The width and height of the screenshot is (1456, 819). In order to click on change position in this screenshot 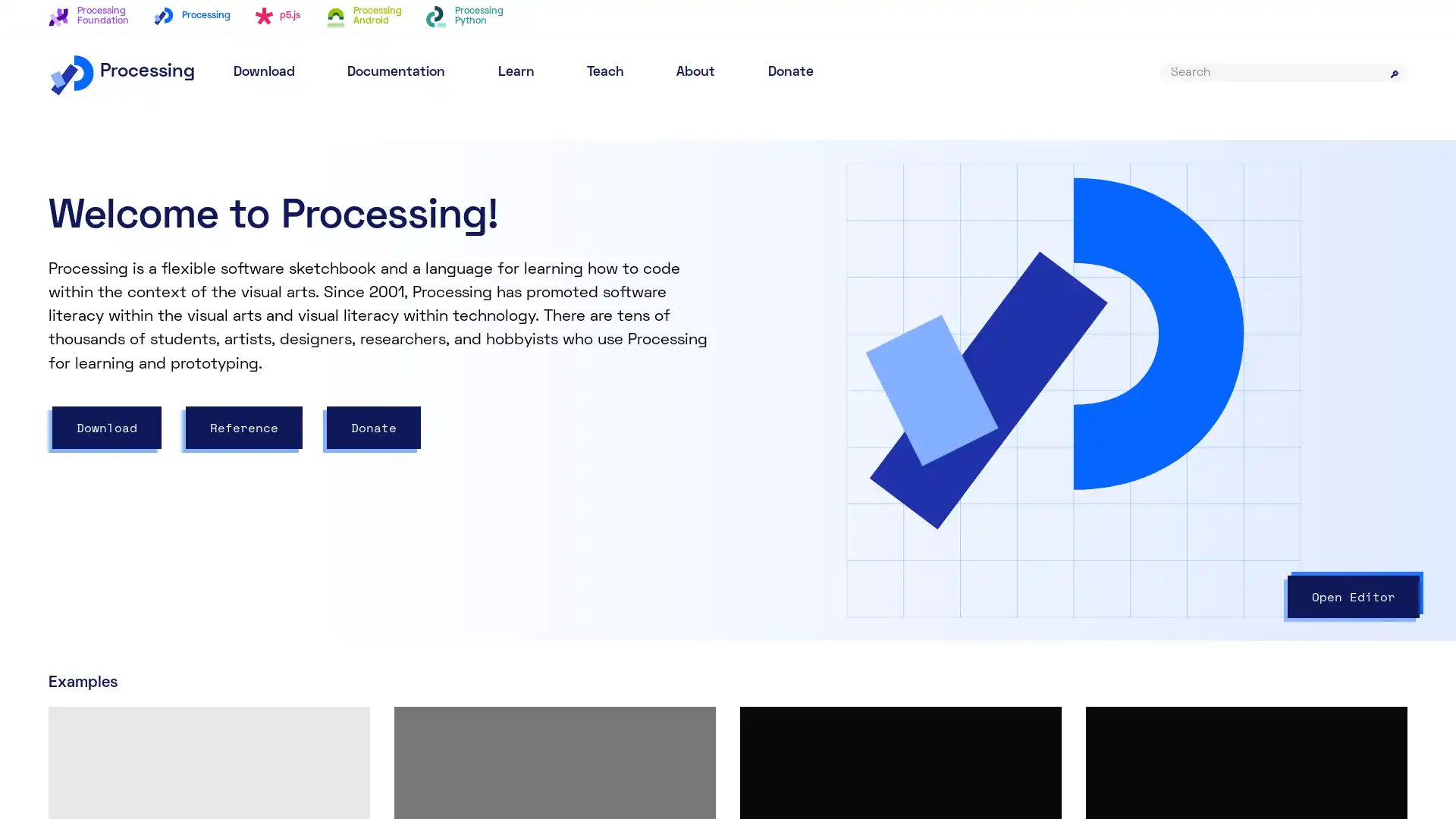, I will do `click(857, 519)`.